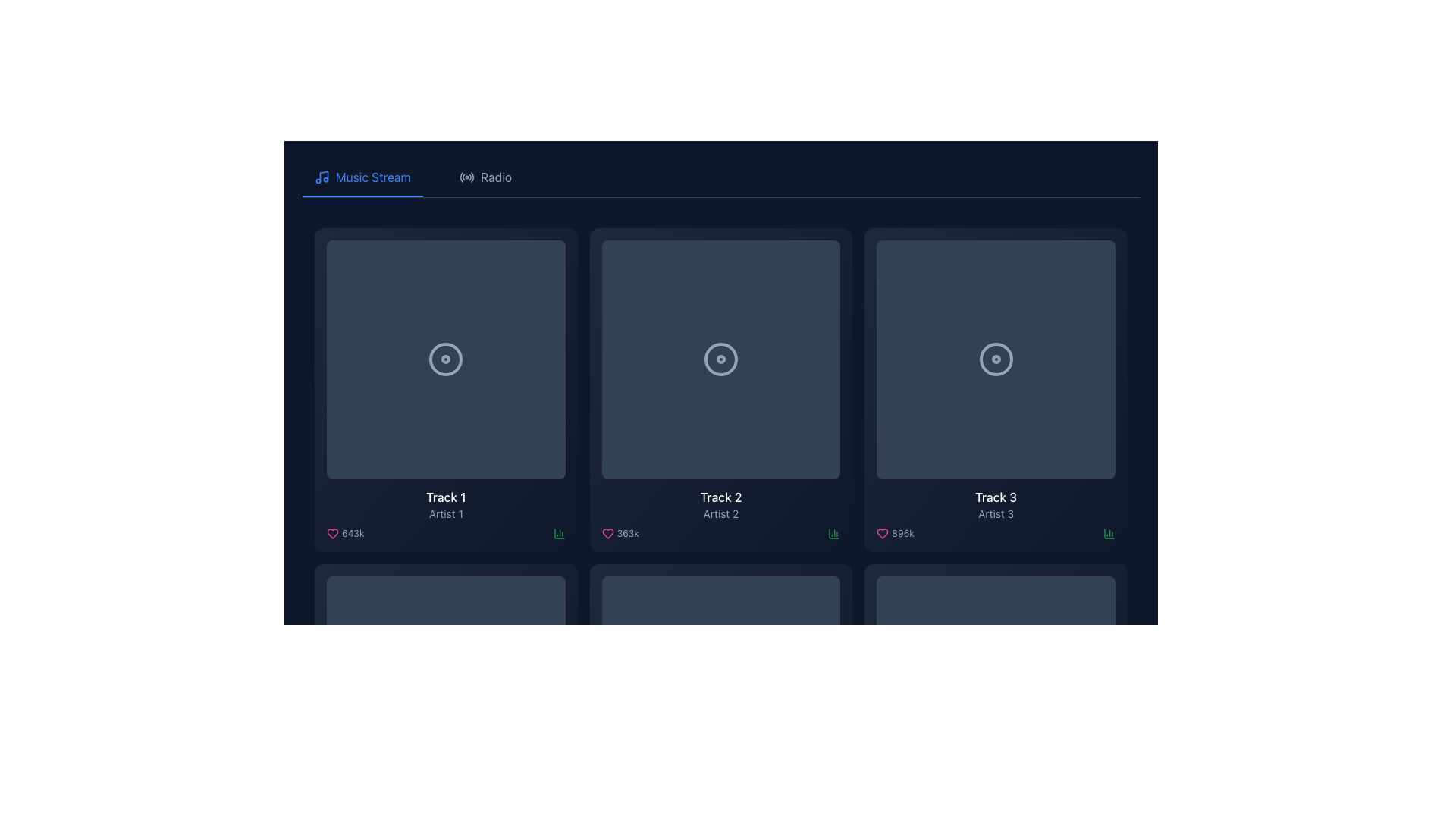  Describe the element at coordinates (902, 532) in the screenshot. I see `the text label displaying '896k', which is styled with a small font size and light gray color, located next to a heart icon in a compact grouping below 'Track 3'` at that location.